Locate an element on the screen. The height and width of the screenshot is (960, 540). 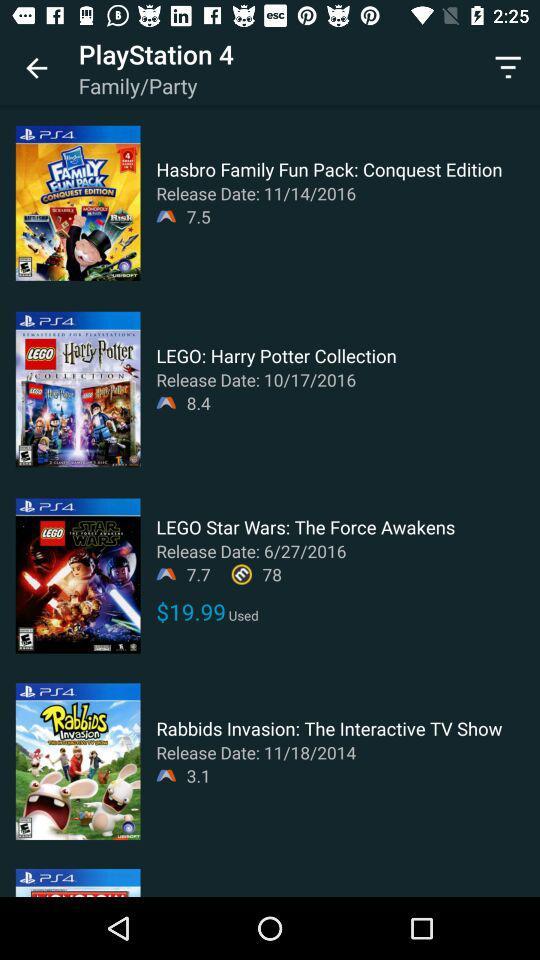
app to the left of playstation 4 is located at coordinates (36, 68).